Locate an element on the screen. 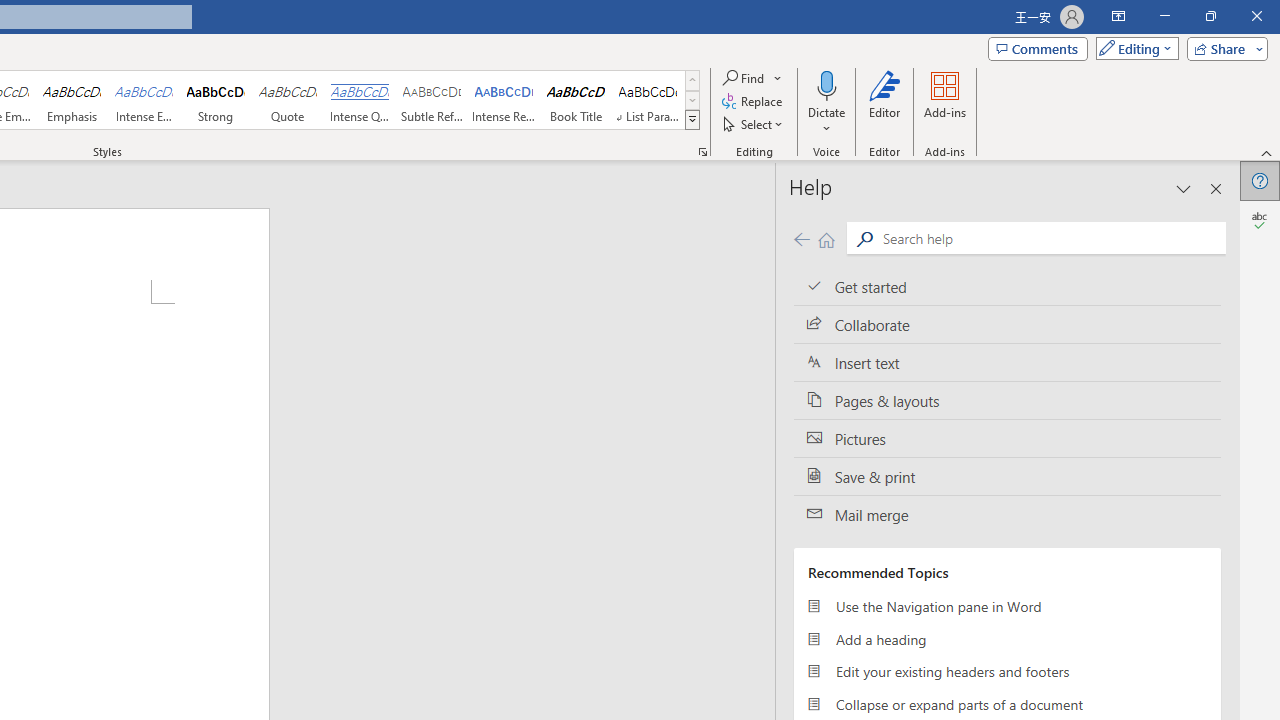  'Find' is located at coordinates (752, 77).